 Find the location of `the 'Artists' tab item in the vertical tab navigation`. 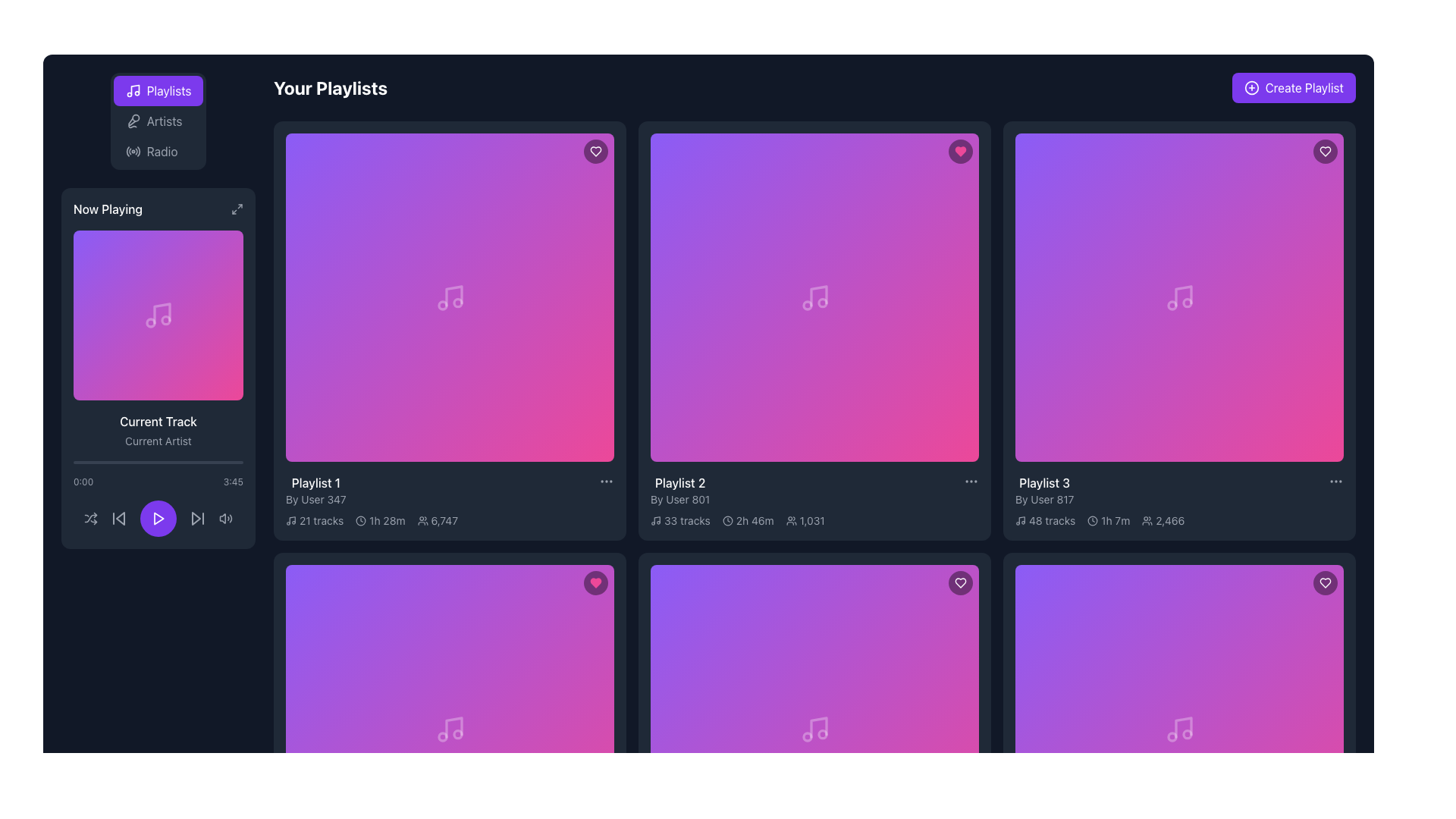

the 'Artists' tab item in the vertical tab navigation is located at coordinates (158, 120).